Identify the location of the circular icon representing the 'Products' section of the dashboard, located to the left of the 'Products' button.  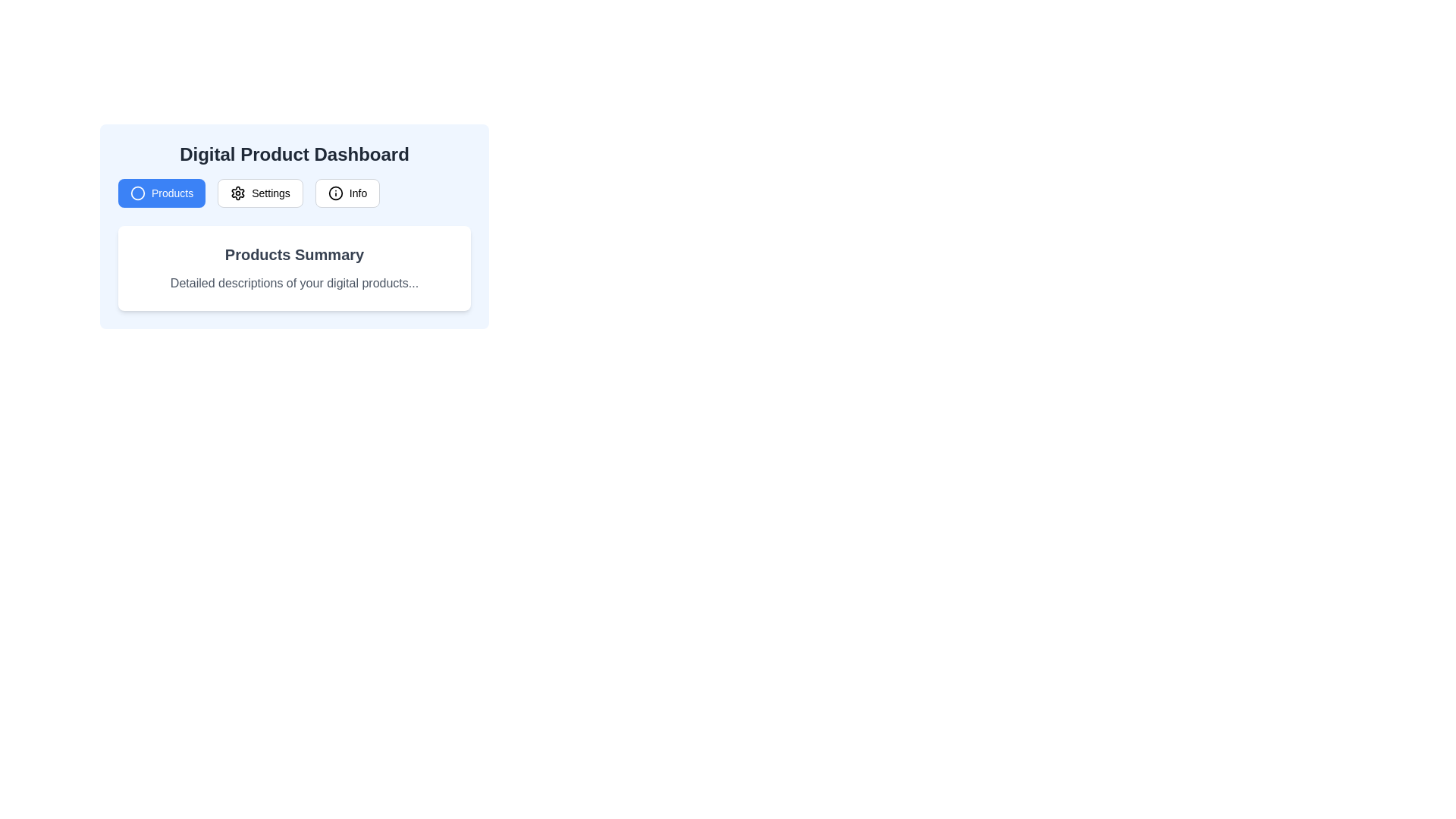
(138, 192).